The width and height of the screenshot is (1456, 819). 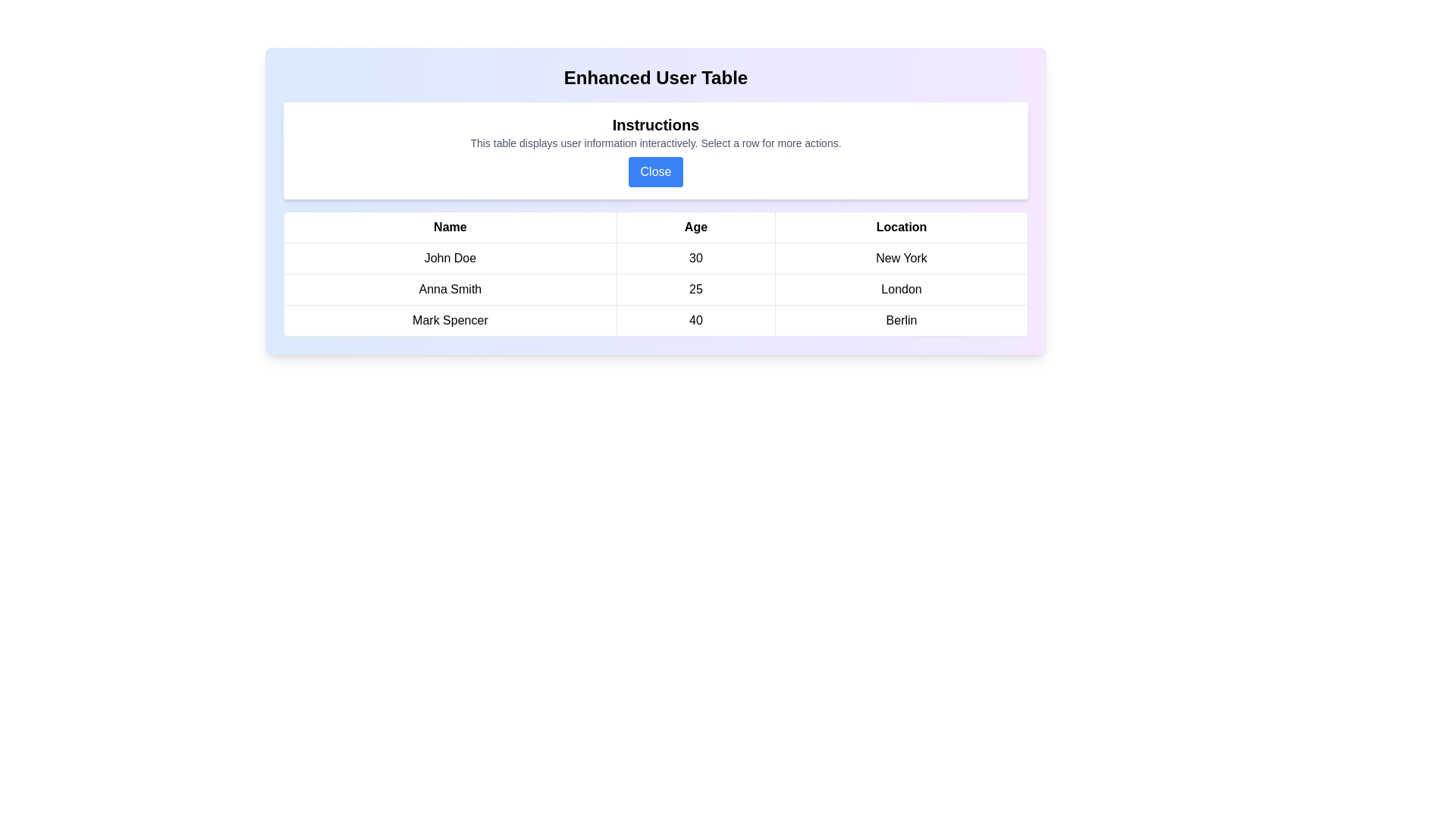 What do you see at coordinates (655, 320) in the screenshot?
I see `the third row of the table displaying the information for Mark Spencer (40 years old, located in Berlin)` at bounding box center [655, 320].